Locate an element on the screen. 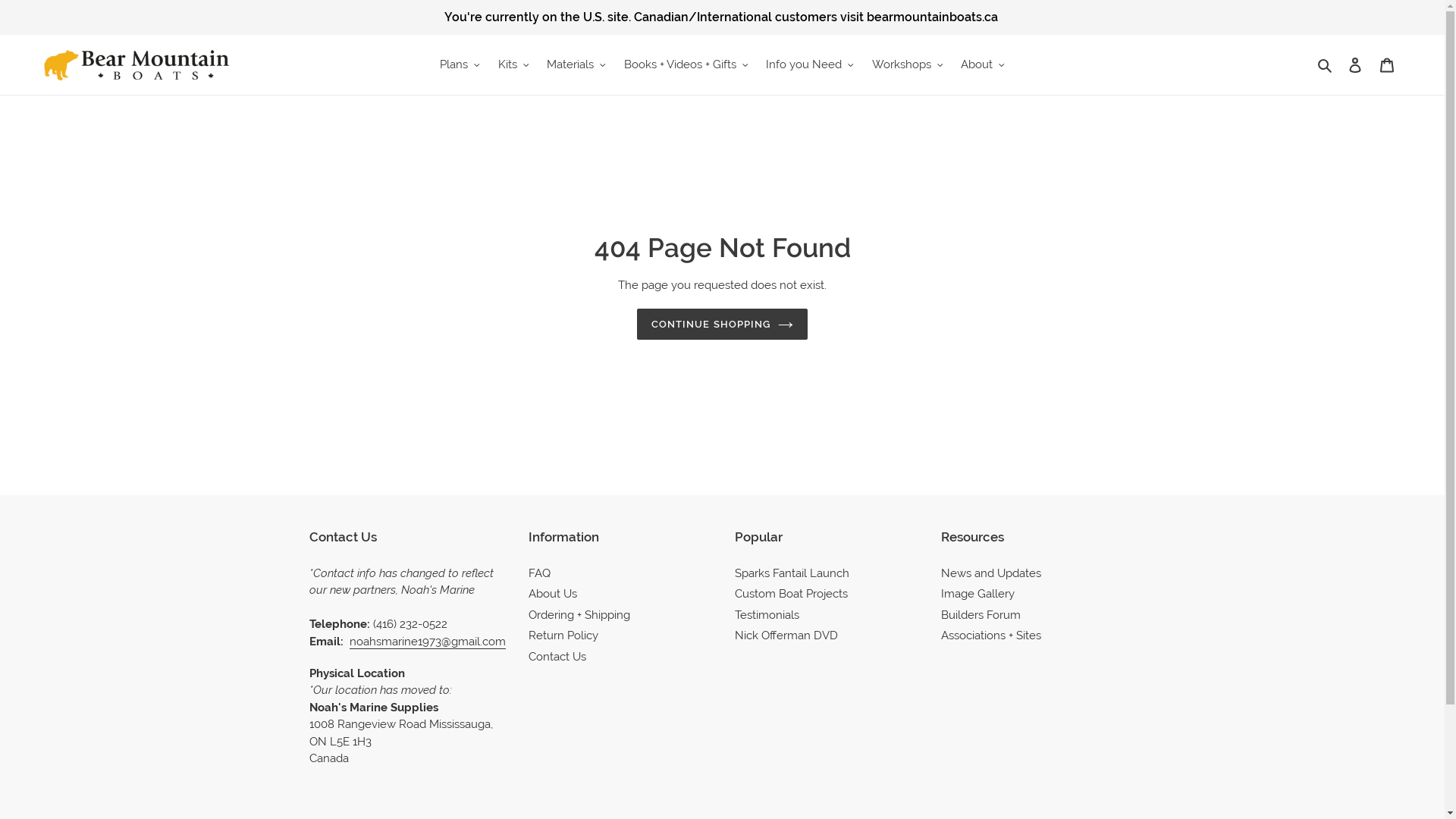 The image size is (1456, 819). 'Ordering + Shipping' is located at coordinates (528, 614).